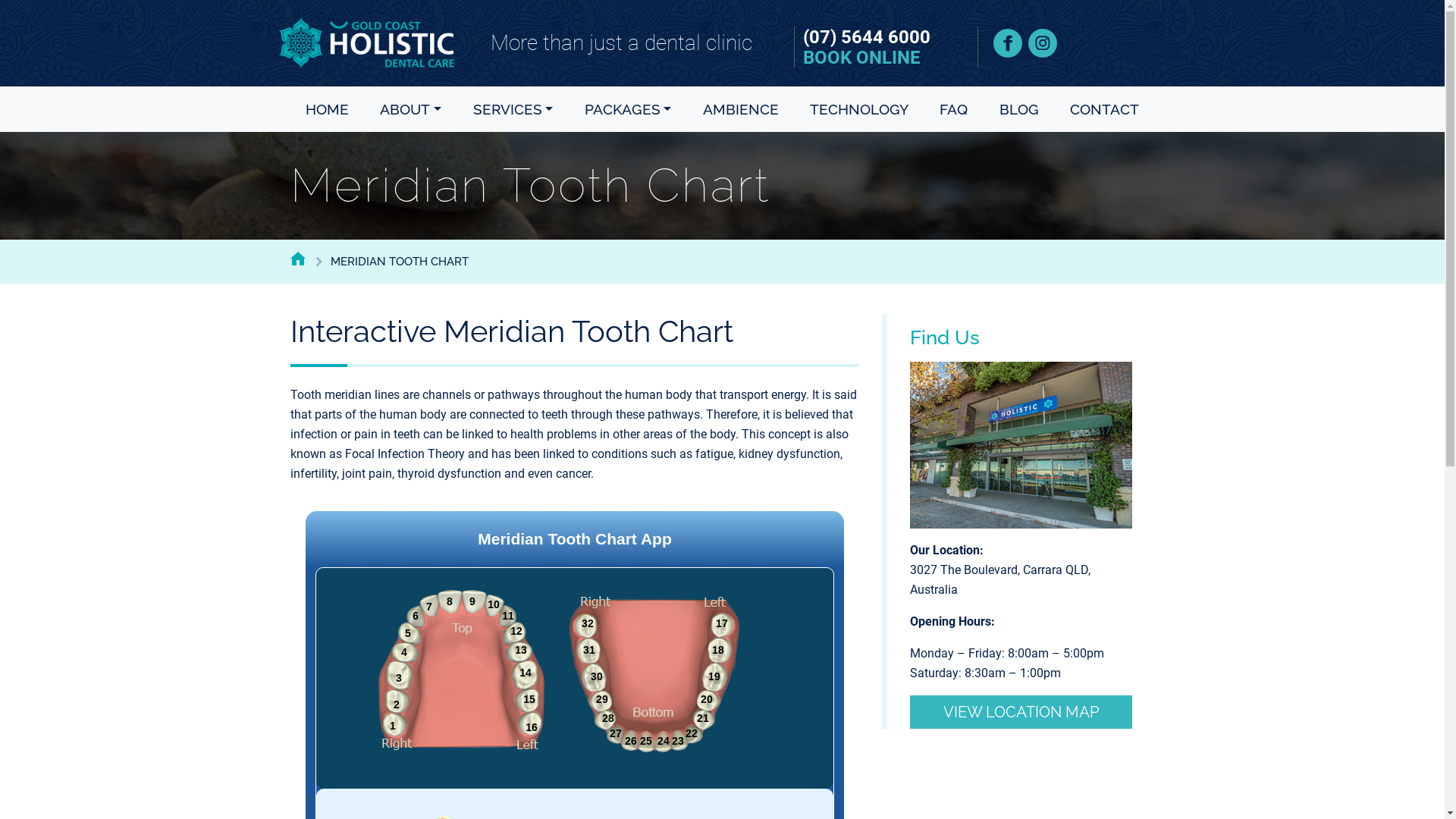  Describe the element at coordinates (861, 57) in the screenshot. I see `'BOOK ONLINE'` at that location.